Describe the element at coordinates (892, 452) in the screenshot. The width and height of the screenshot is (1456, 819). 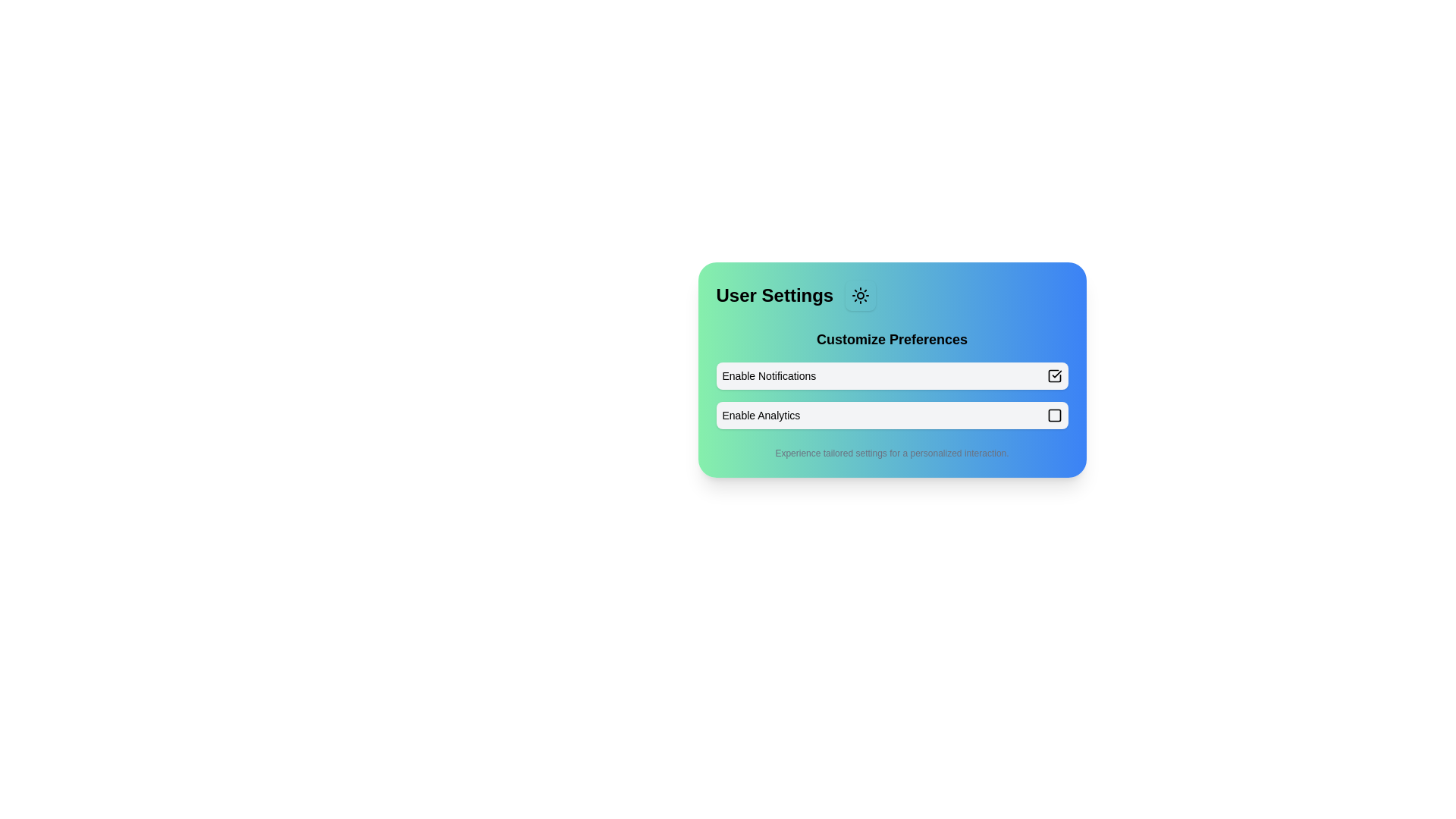
I see `the centered text label displaying 'Experience tailored settings for a personalized interaction.' which is positioned at the bottom of the card-like UI element` at that location.